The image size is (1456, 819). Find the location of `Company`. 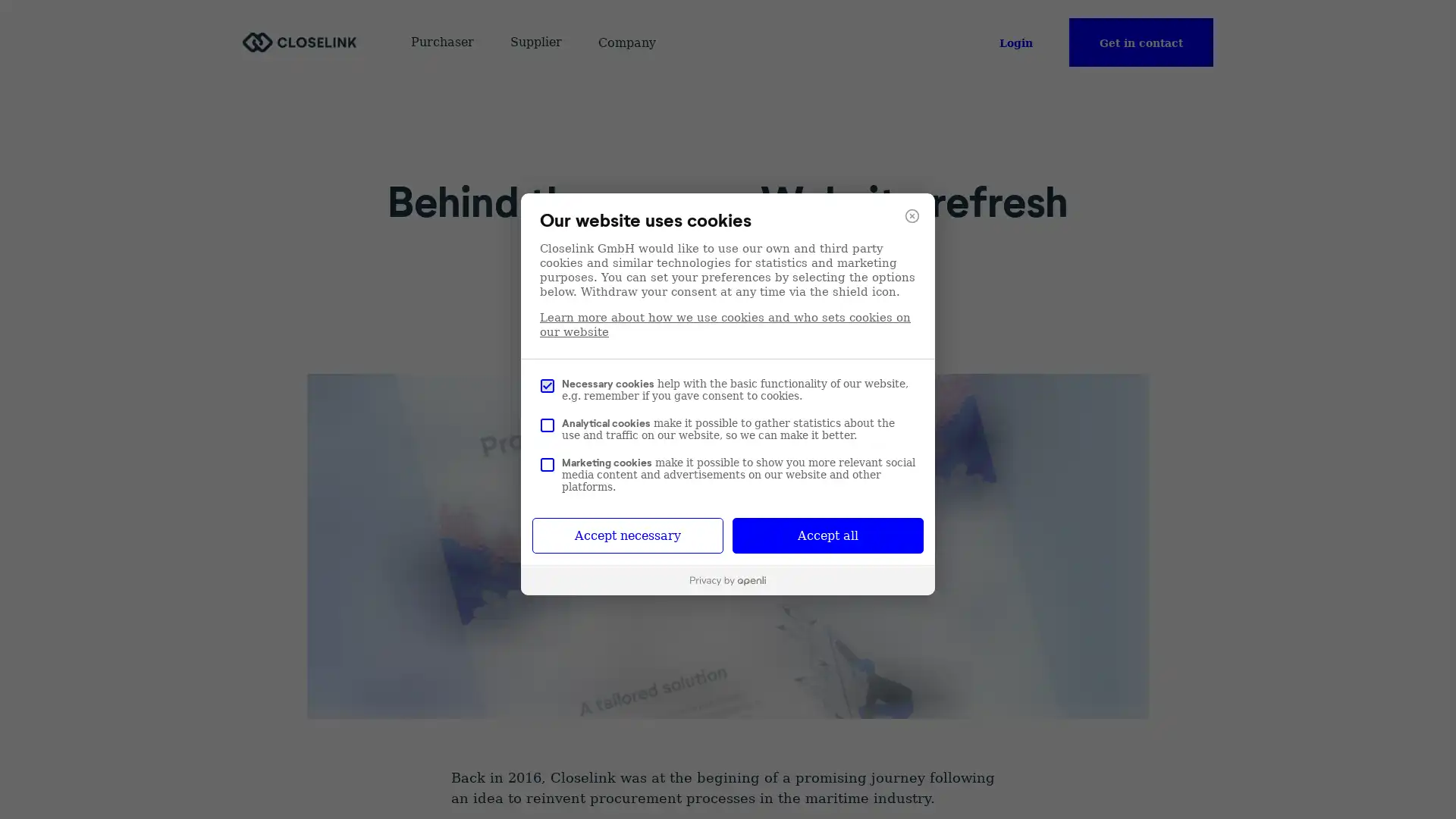

Company is located at coordinates (610, 42).